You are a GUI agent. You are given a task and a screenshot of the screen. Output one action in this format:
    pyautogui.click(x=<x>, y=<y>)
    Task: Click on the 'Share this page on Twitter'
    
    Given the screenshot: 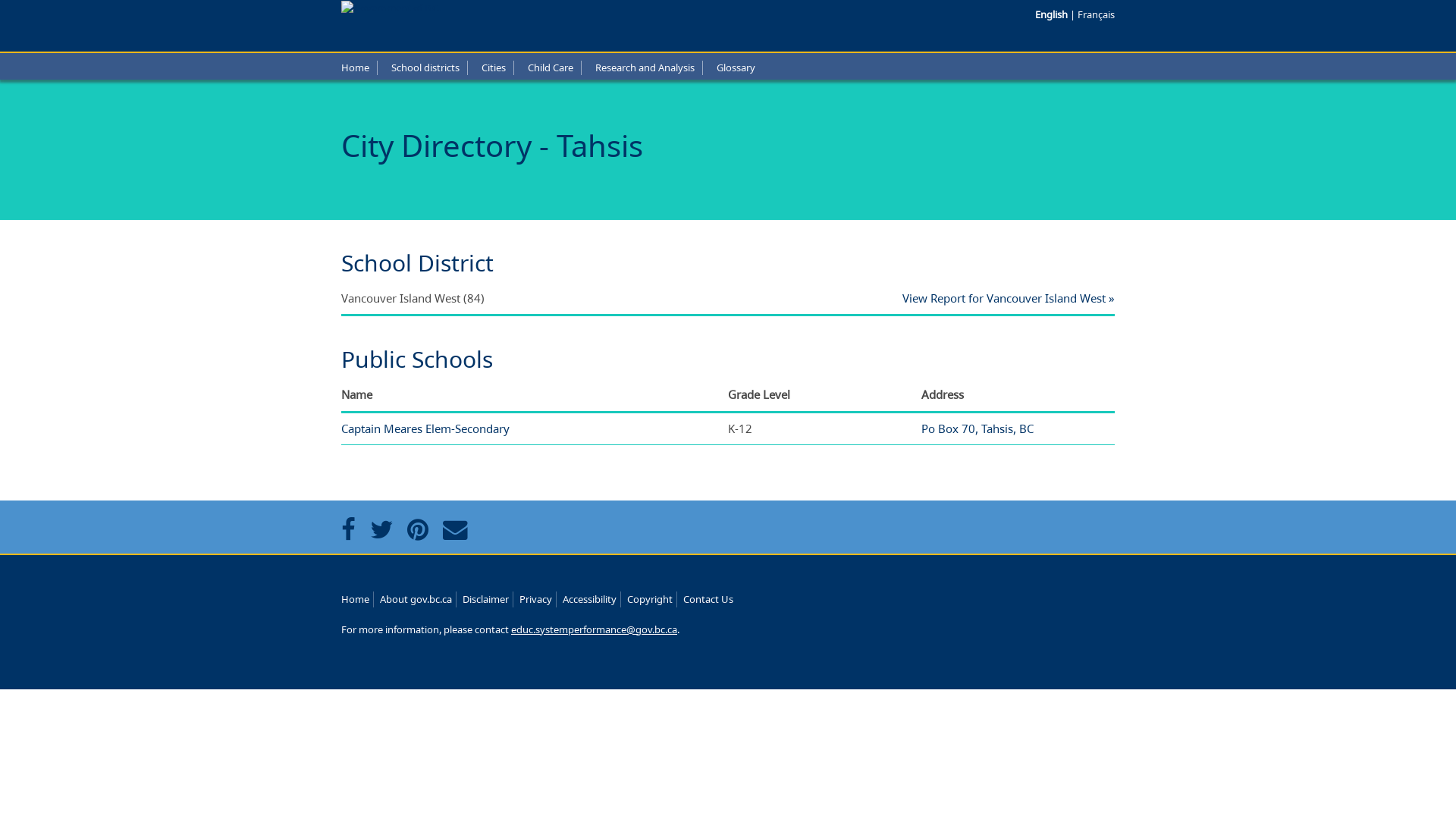 What is the action you would take?
    pyautogui.click(x=370, y=528)
    